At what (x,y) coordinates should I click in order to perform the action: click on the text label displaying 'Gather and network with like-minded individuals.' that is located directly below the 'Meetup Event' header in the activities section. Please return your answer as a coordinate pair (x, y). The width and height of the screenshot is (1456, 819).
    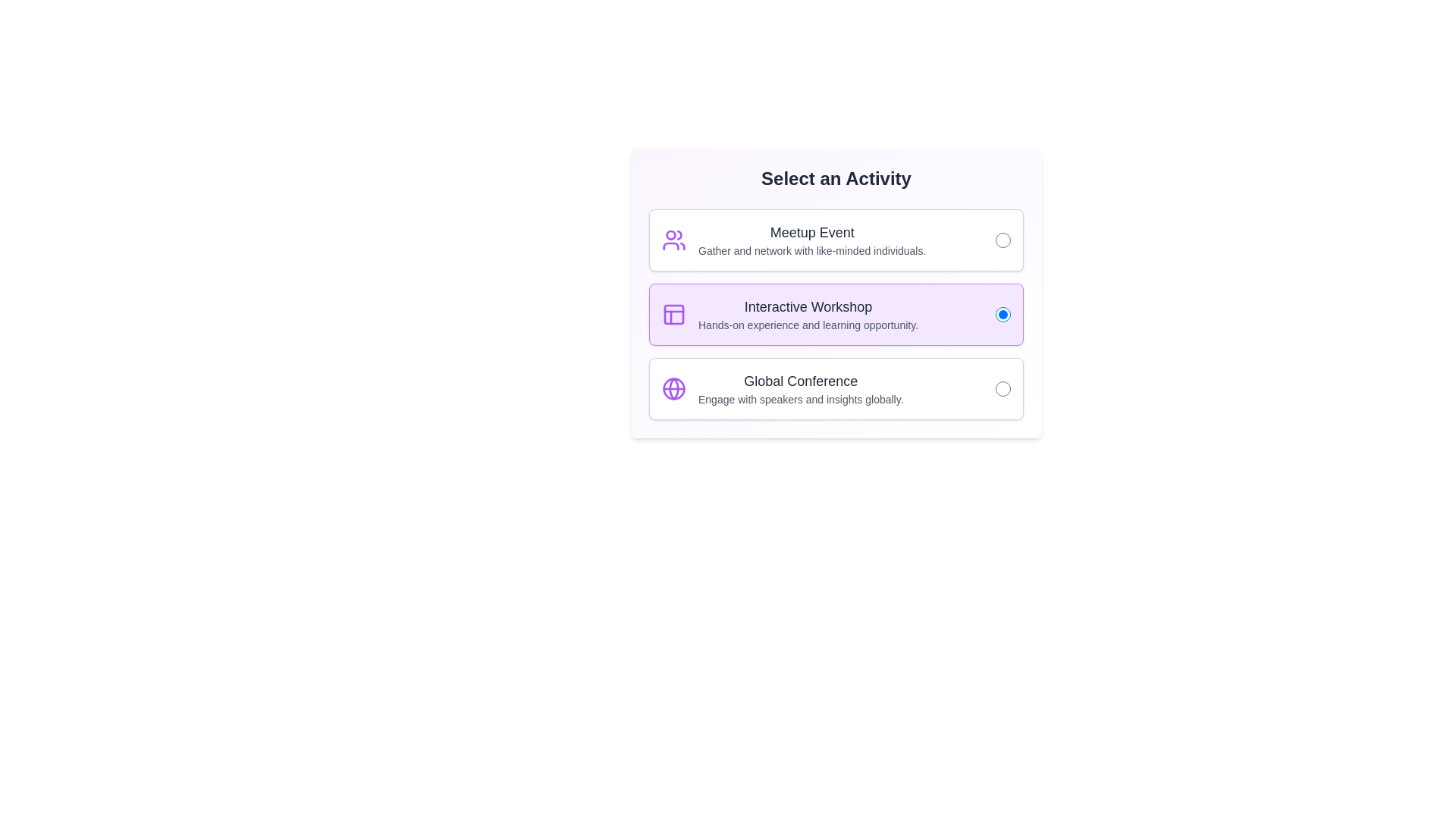
    Looking at the image, I should click on (811, 250).